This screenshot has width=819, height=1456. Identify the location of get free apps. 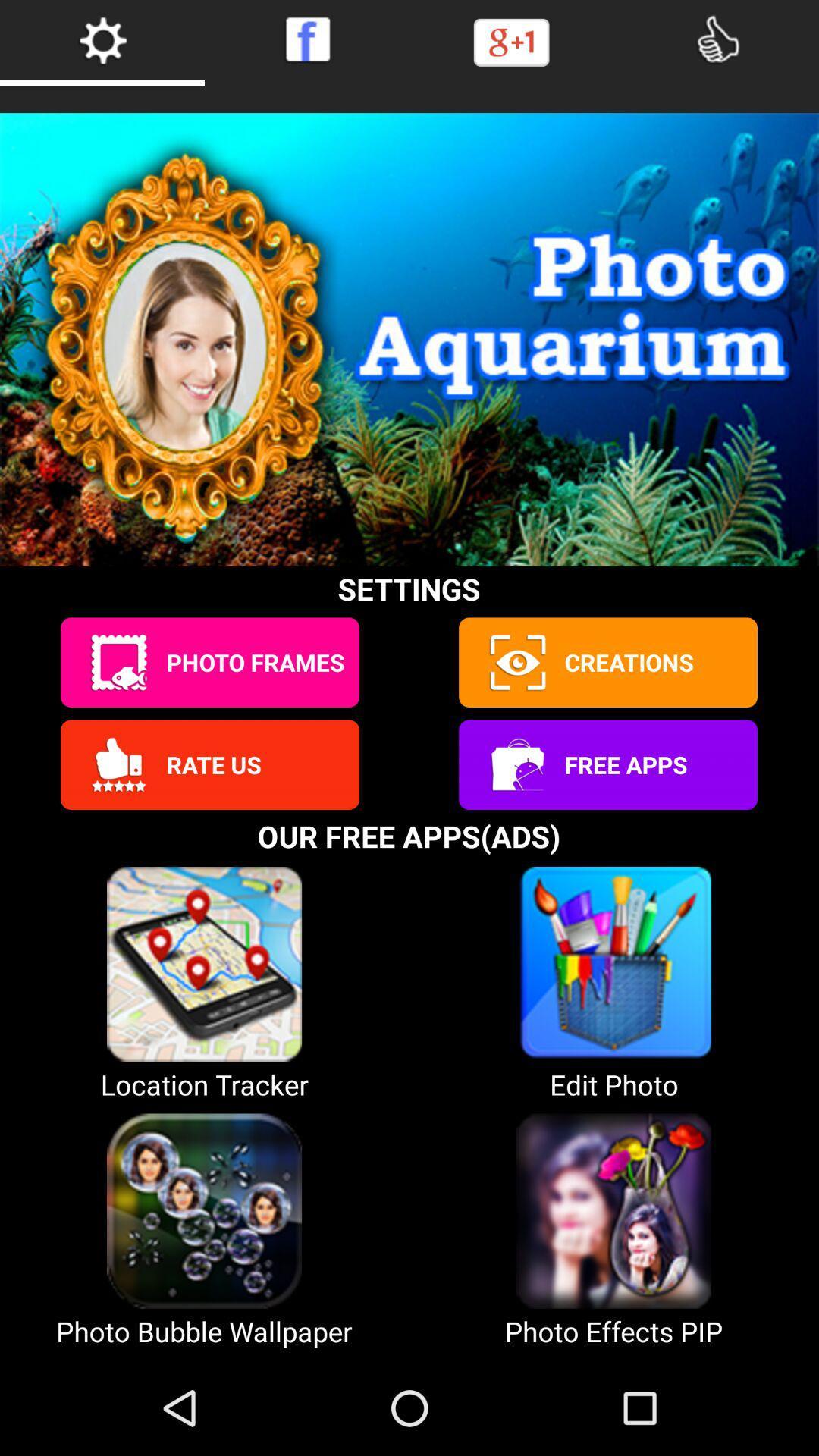
(516, 764).